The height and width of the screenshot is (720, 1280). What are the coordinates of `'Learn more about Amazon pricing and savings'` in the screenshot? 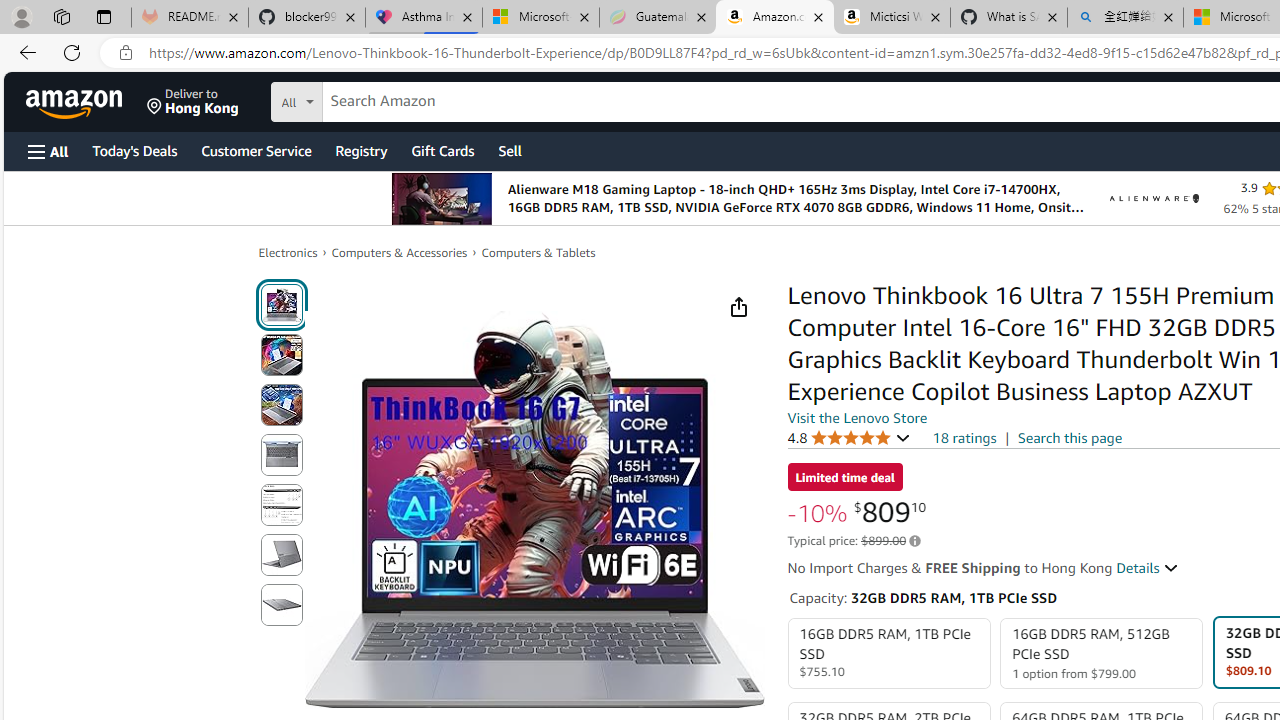 It's located at (914, 541).